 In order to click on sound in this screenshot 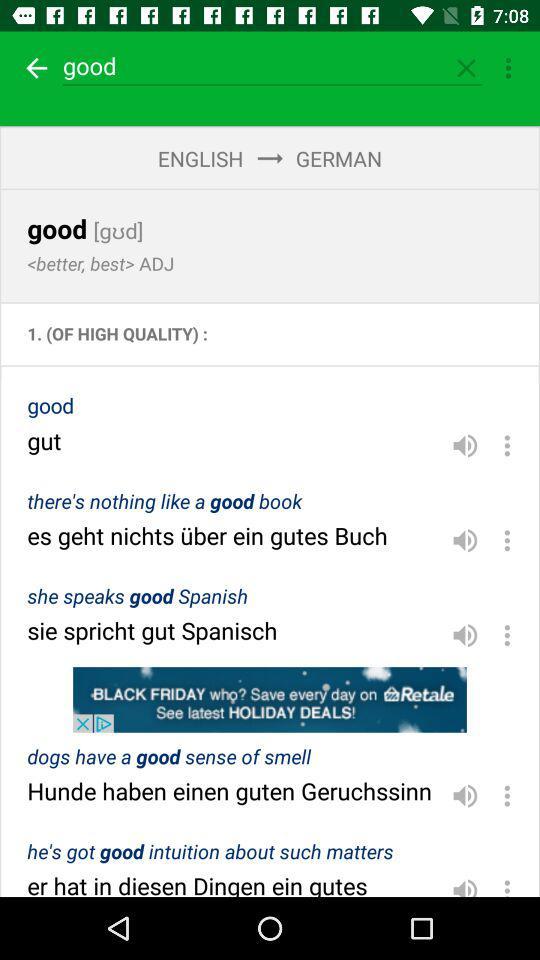, I will do `click(465, 539)`.